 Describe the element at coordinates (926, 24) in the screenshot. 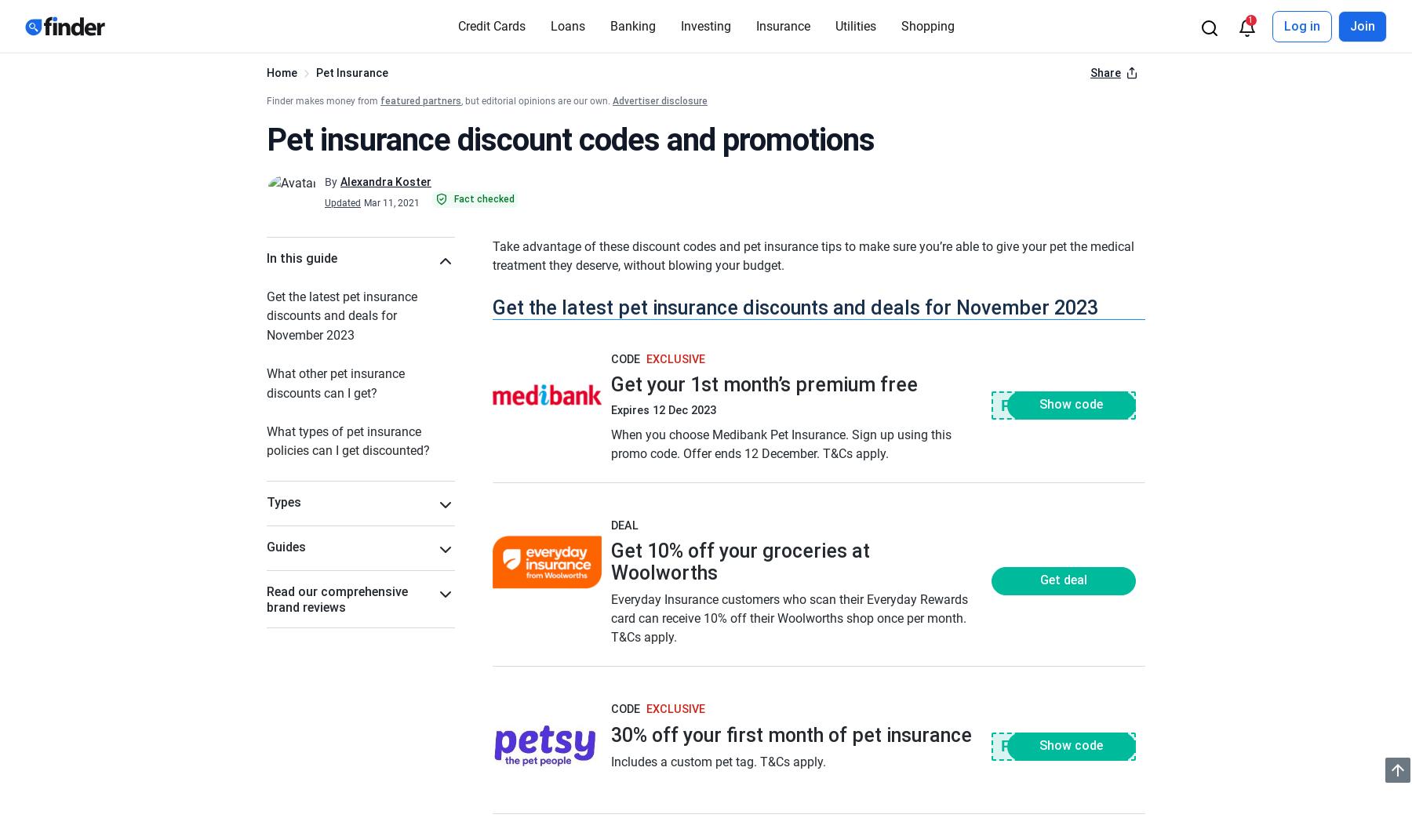

I see `'Shopping'` at that location.